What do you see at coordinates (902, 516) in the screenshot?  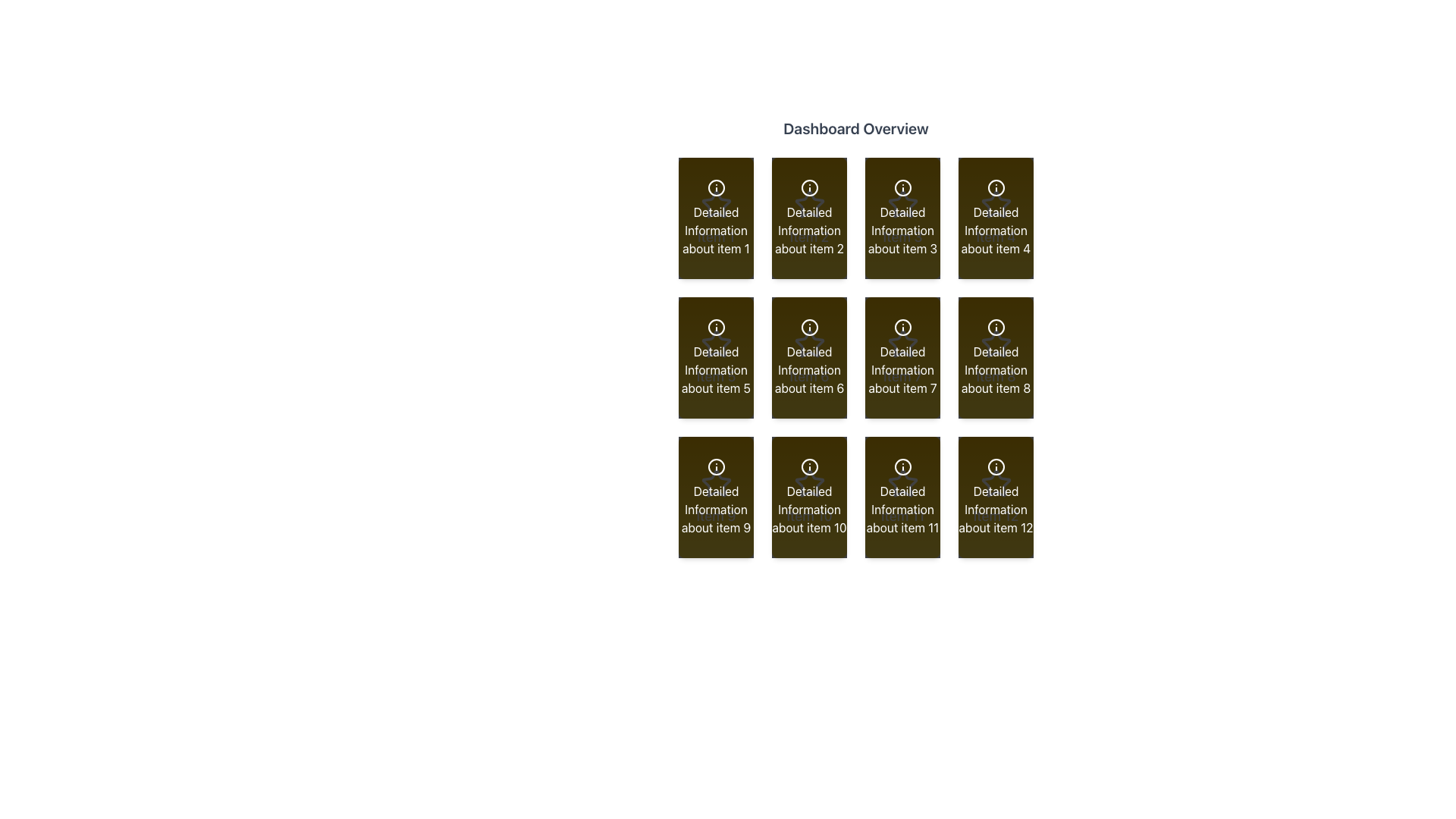 I see `the Text Label that contains the text 'Item 11', which is styled in a medium font size and white color, positioned inside a yellow gradient rectangular card with rounded corners` at bounding box center [902, 516].